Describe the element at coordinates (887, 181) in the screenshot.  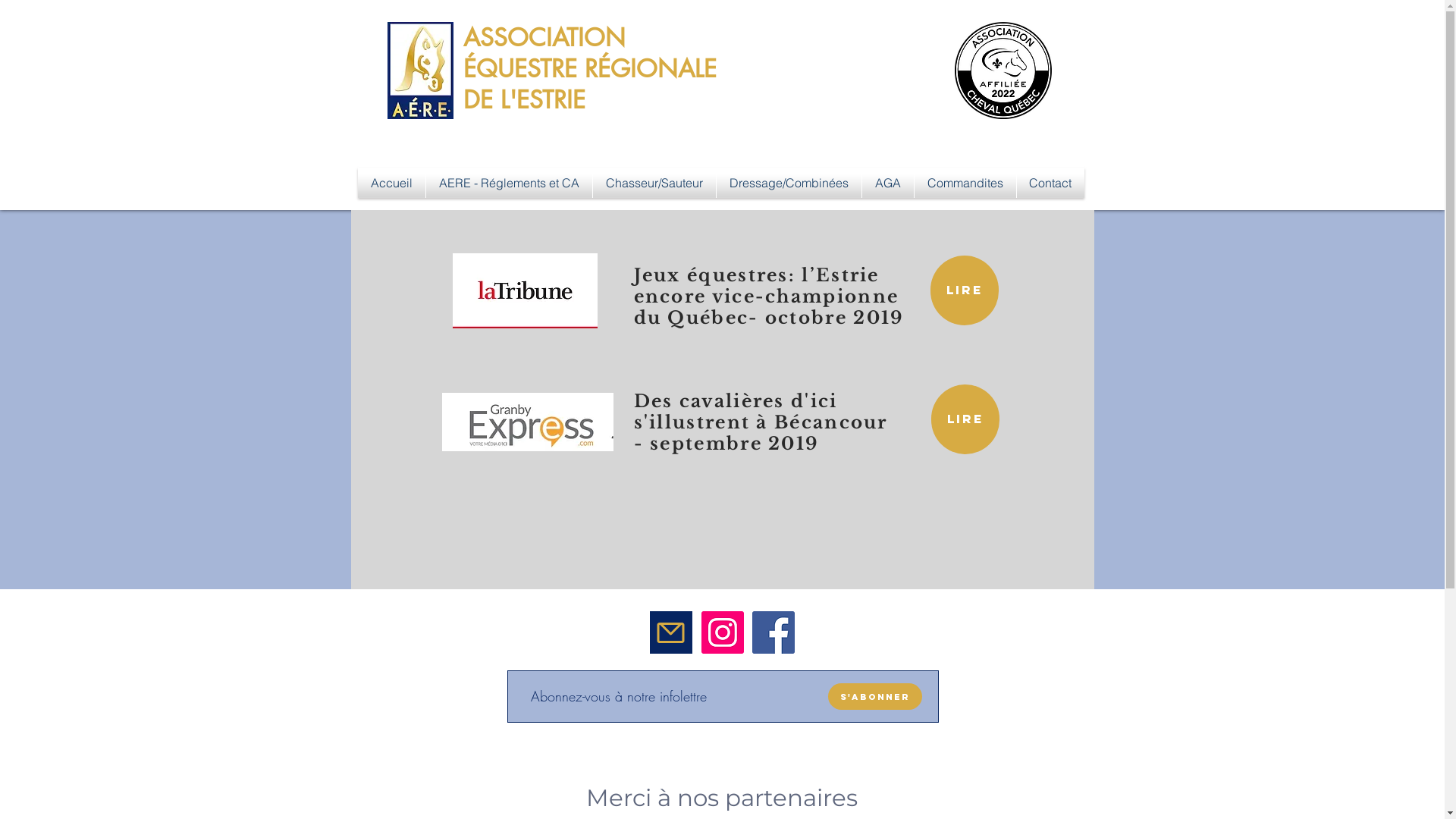
I see `'AGA'` at that location.